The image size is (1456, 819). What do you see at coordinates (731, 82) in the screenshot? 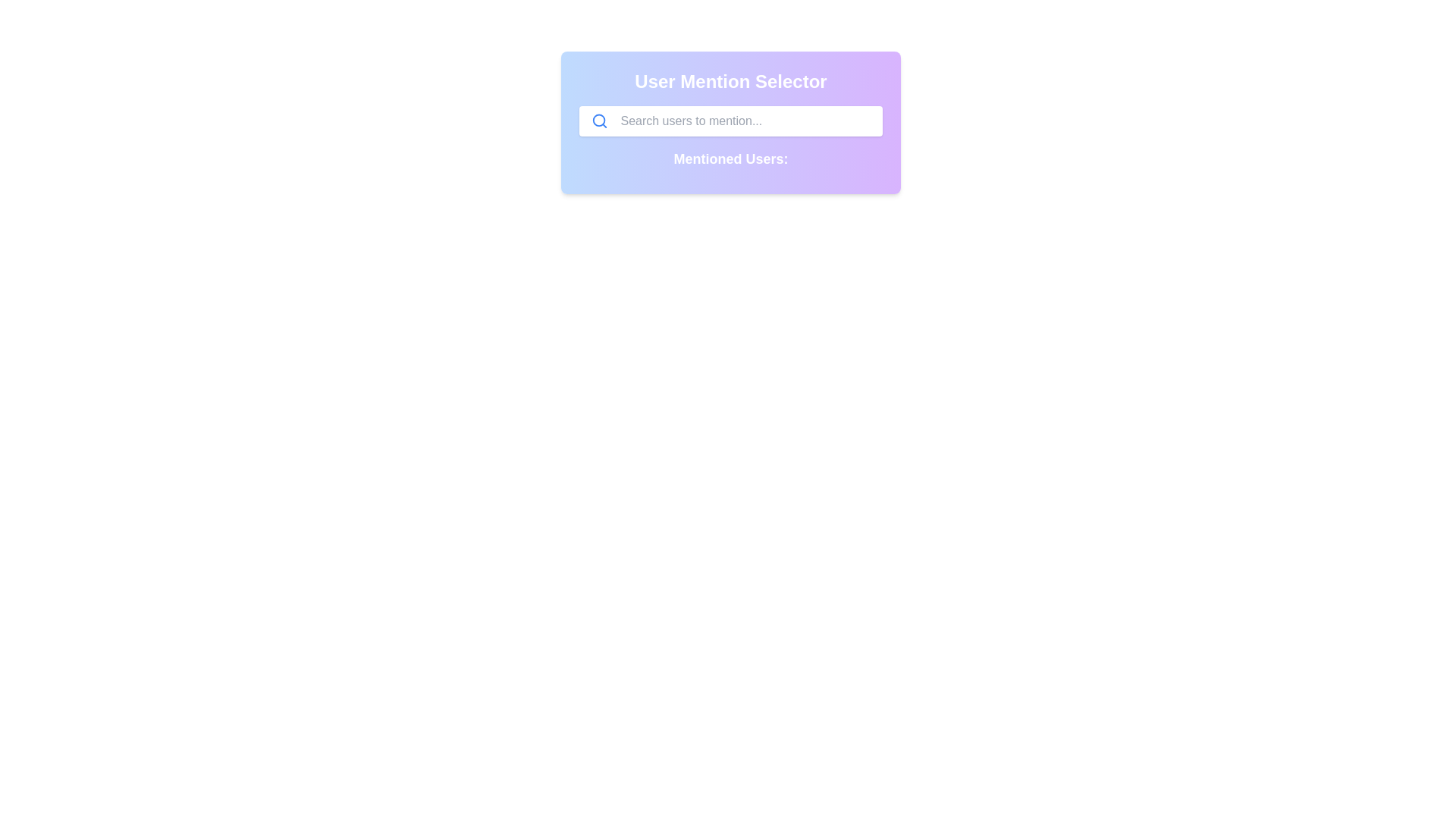
I see `the Static text heading that indicates the purpose of the containing card layout, positioned at the top of the content block with the text 'Mentioned Users:'` at bounding box center [731, 82].